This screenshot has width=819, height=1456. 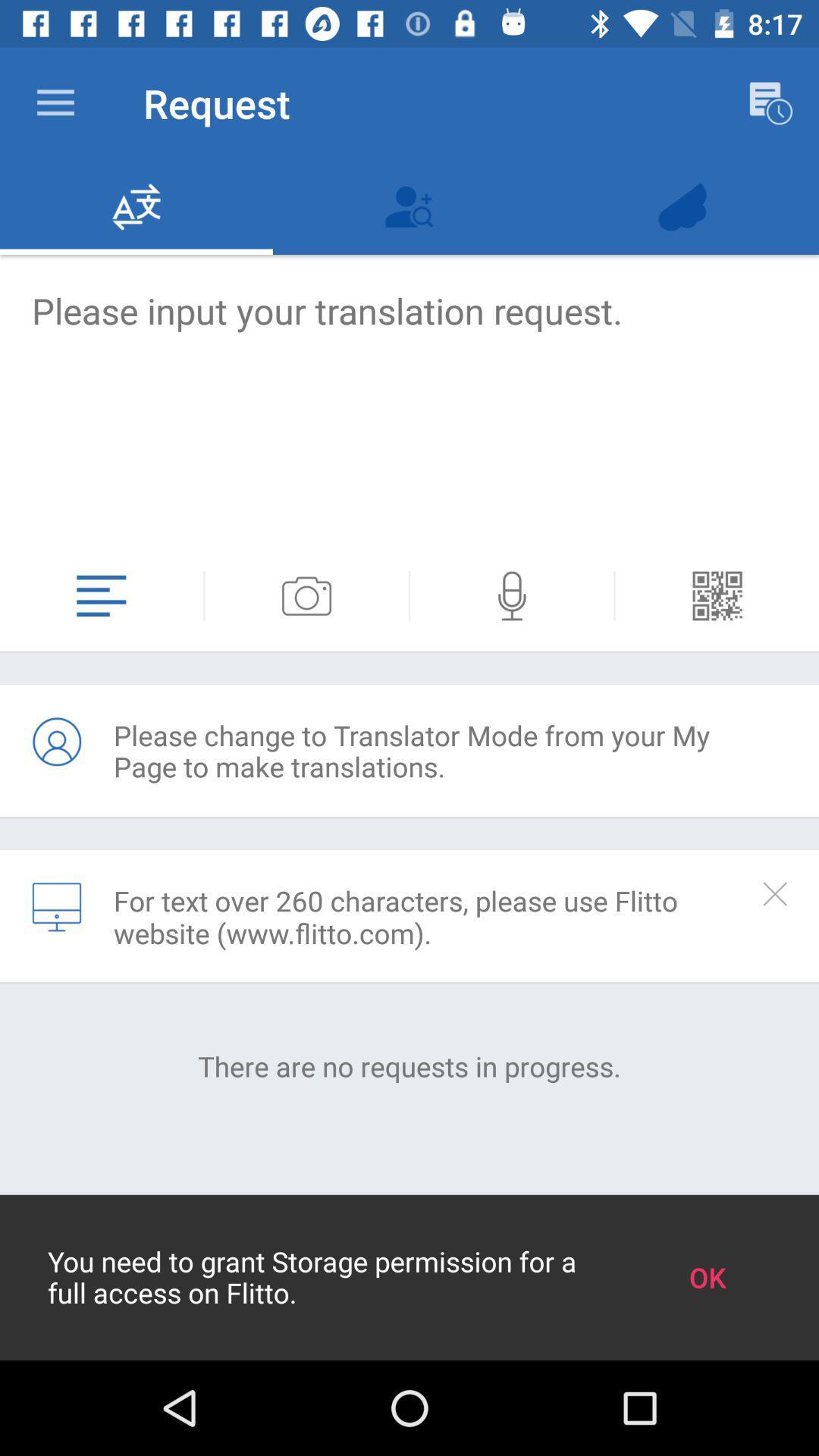 I want to click on the app next to the request, so click(x=55, y=102).